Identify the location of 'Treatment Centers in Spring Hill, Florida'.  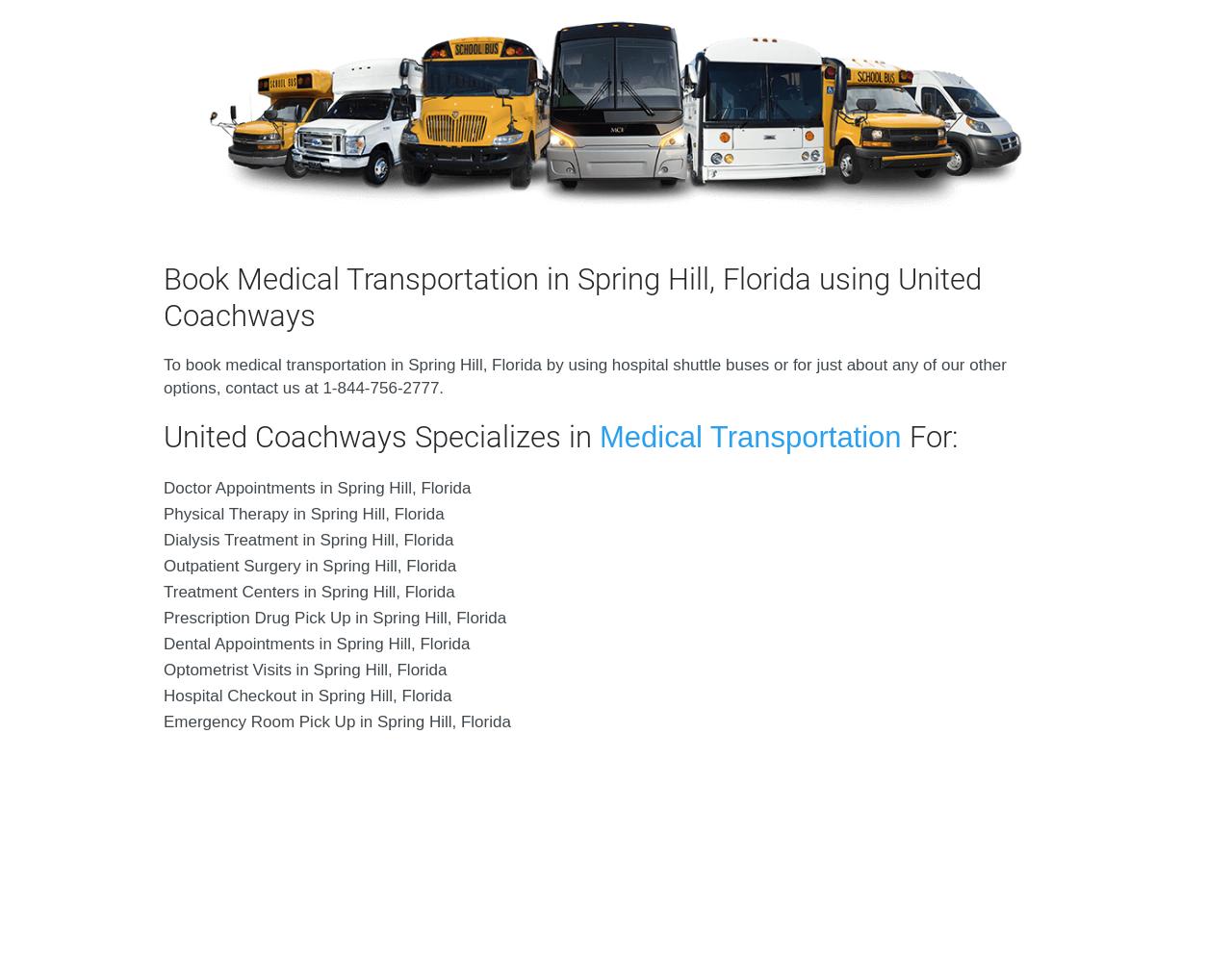
(163, 591).